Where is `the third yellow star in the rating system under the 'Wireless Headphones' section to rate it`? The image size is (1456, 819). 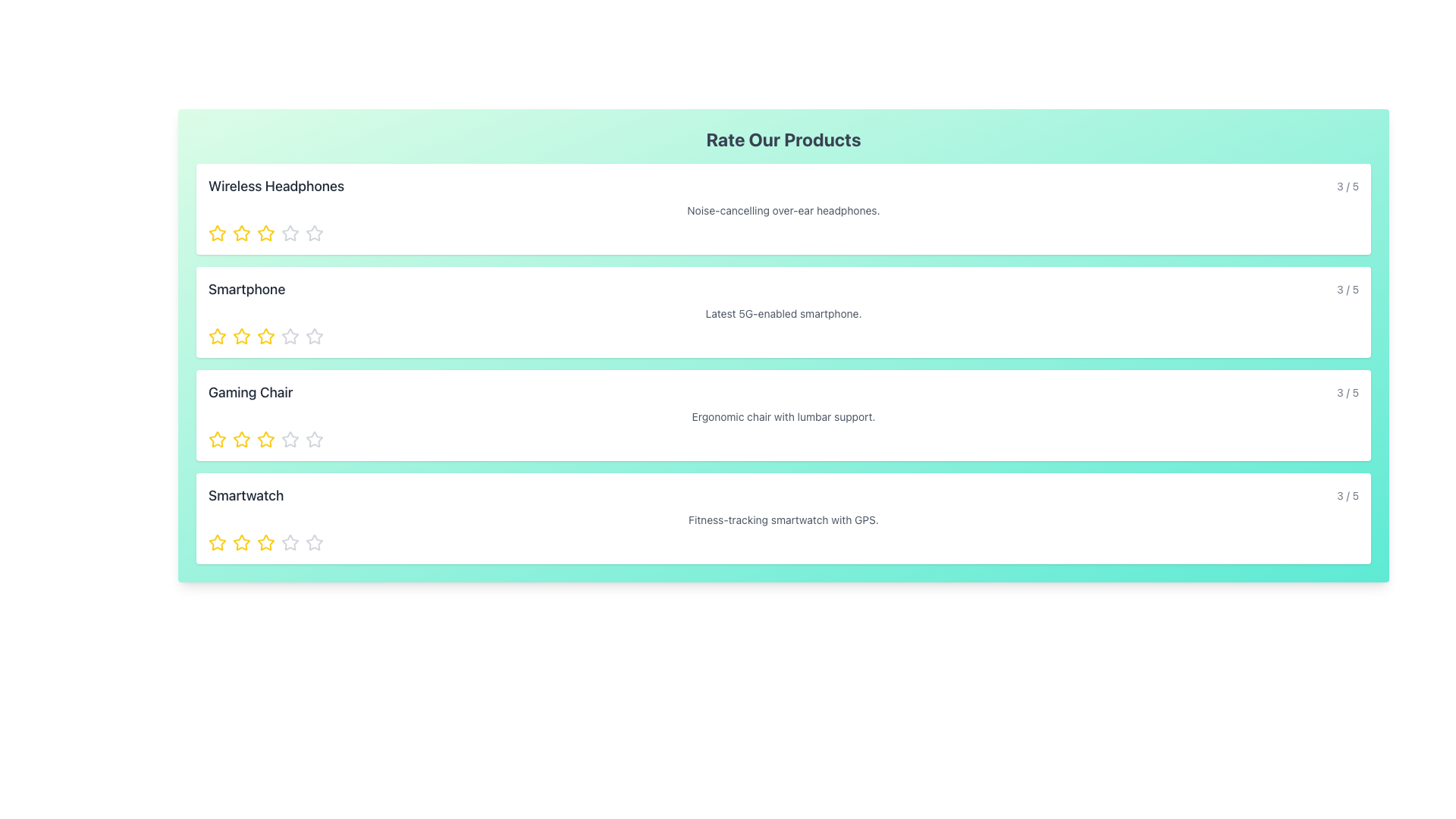 the third yellow star in the rating system under the 'Wireless Headphones' section to rate it is located at coordinates (265, 234).